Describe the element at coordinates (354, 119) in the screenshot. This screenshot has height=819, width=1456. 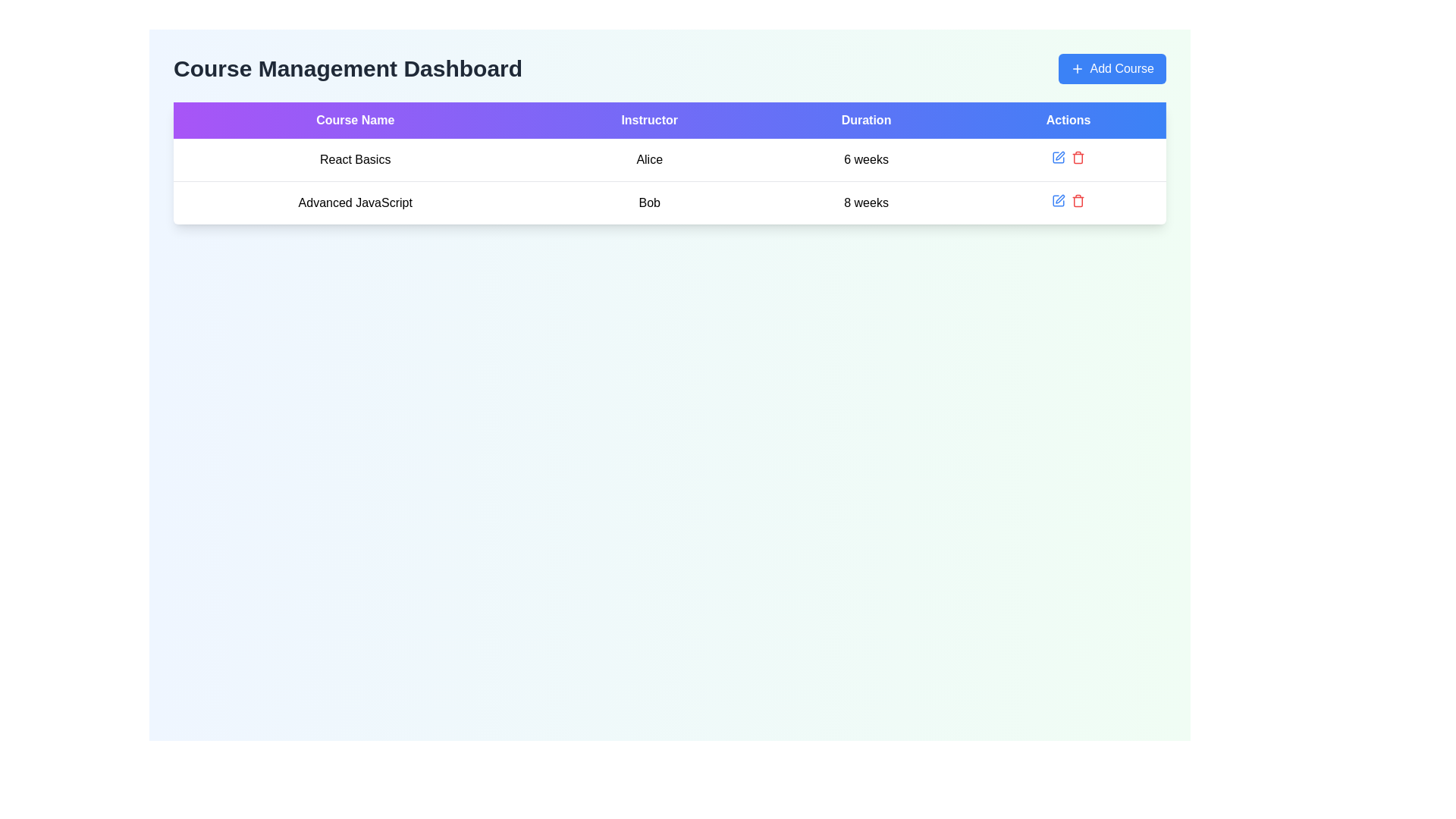
I see `the header label indicating 'Course Name' in the top-left of the header row containing 'Instructor,' 'Duration,' and 'Actions'` at that location.